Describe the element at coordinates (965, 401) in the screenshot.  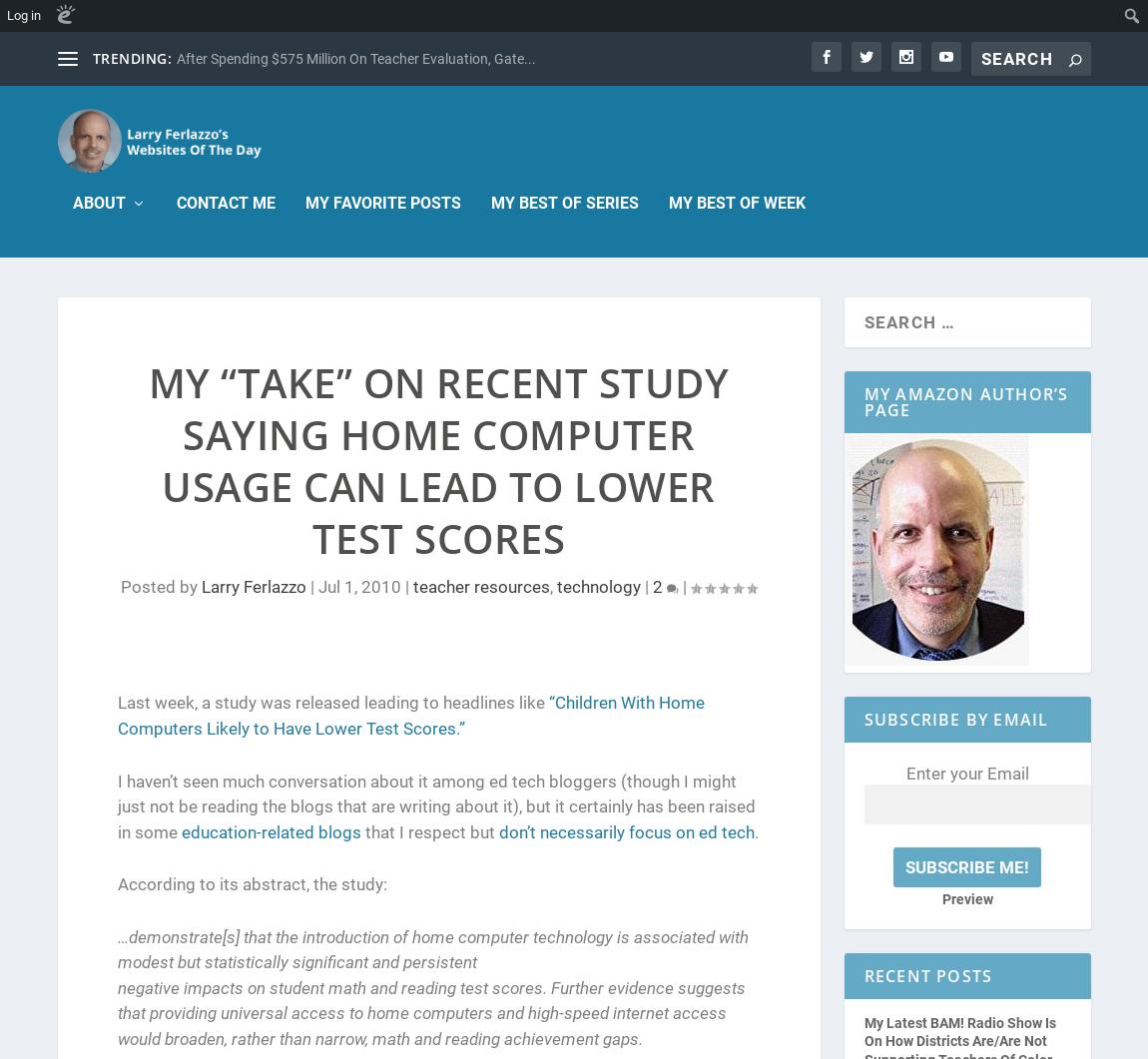
I see `'My Amazon Author’s page'` at that location.